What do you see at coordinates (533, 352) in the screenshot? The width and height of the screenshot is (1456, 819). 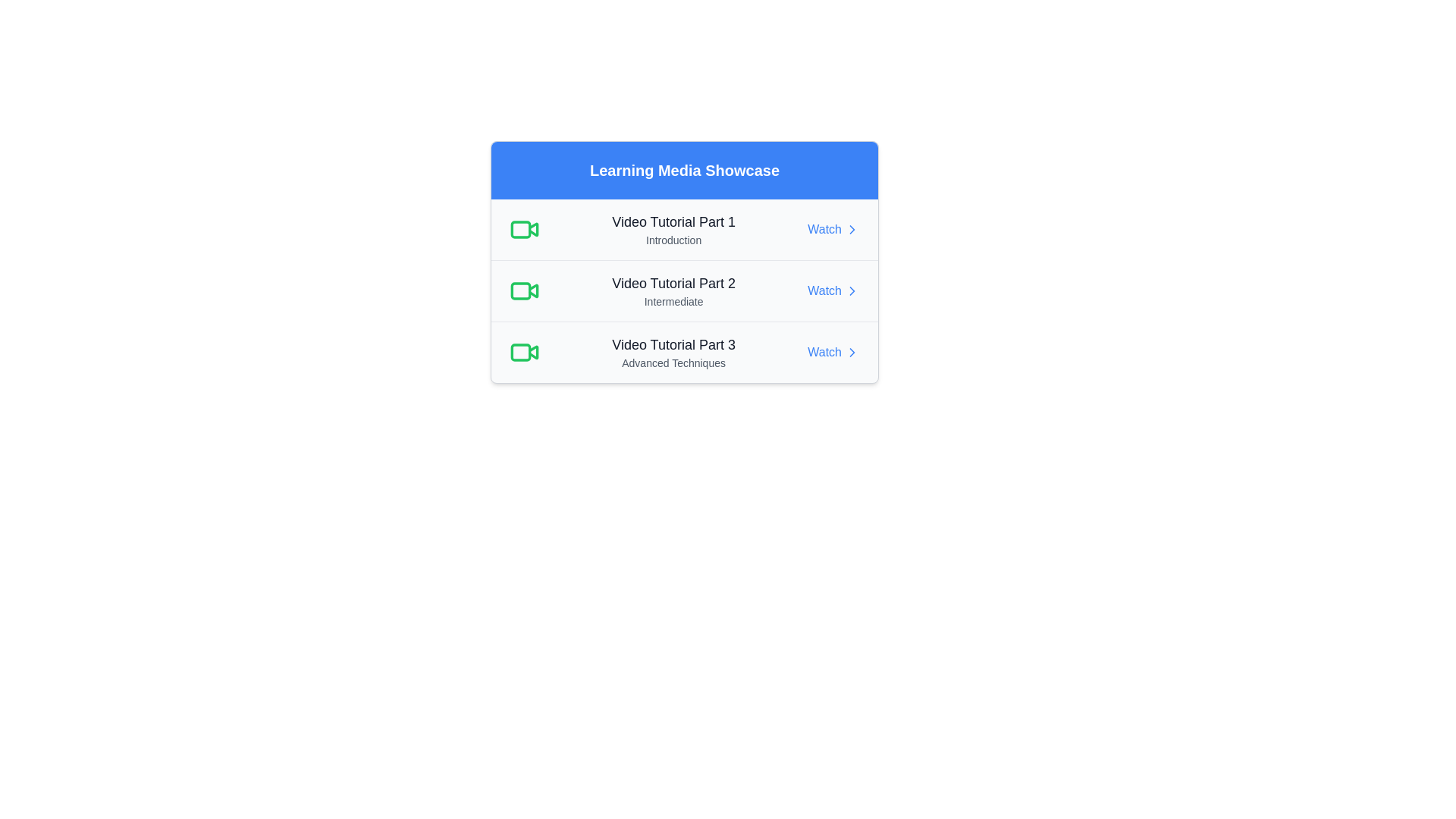 I see `the play button symbol located within the video thumbnail icon for the third lesson in the 'Learning Media Showcase' section` at bounding box center [533, 352].